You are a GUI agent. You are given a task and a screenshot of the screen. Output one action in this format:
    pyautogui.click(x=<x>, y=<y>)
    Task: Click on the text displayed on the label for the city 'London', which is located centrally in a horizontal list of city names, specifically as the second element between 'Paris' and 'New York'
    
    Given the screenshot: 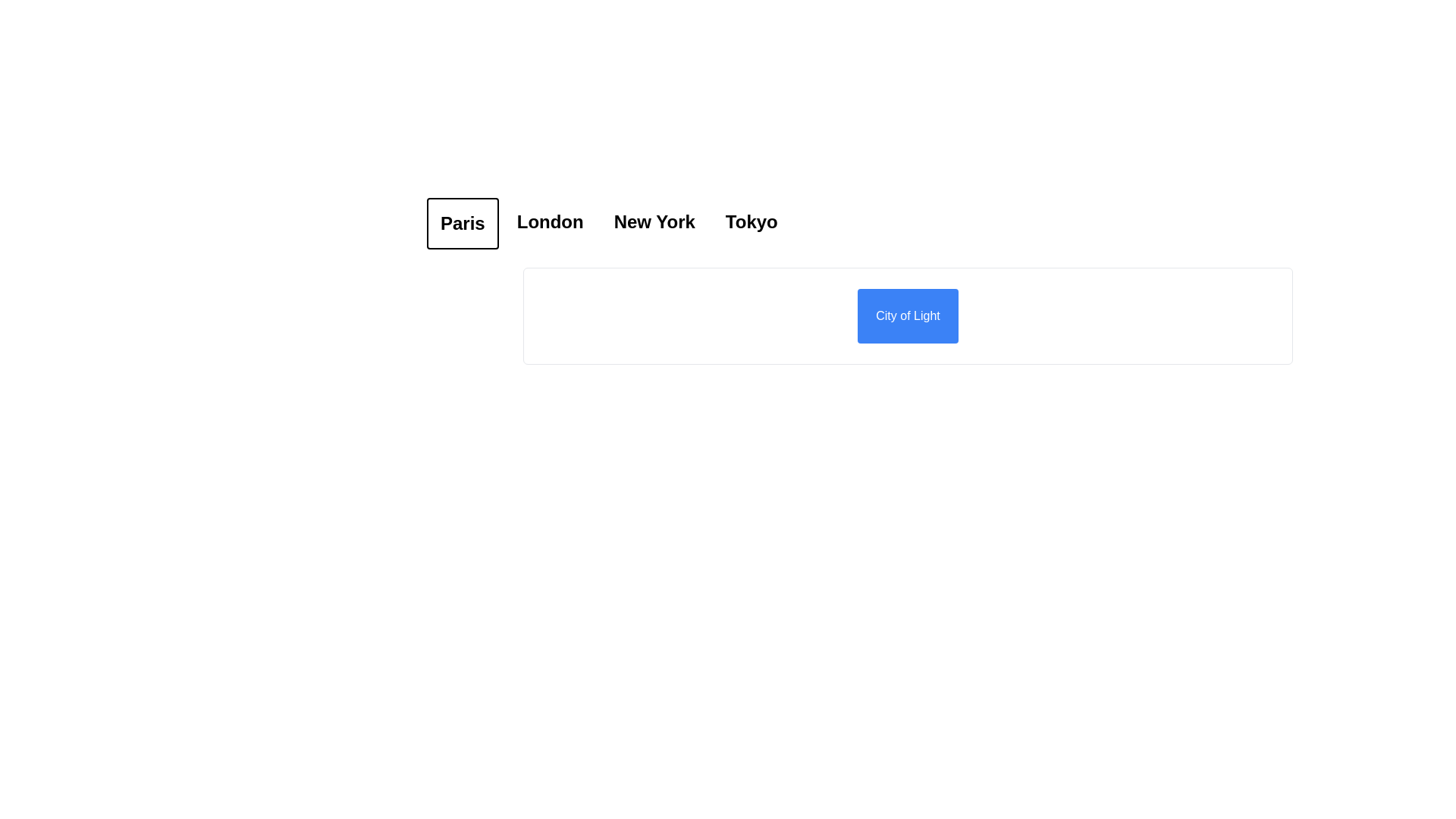 What is the action you would take?
    pyautogui.click(x=549, y=222)
    